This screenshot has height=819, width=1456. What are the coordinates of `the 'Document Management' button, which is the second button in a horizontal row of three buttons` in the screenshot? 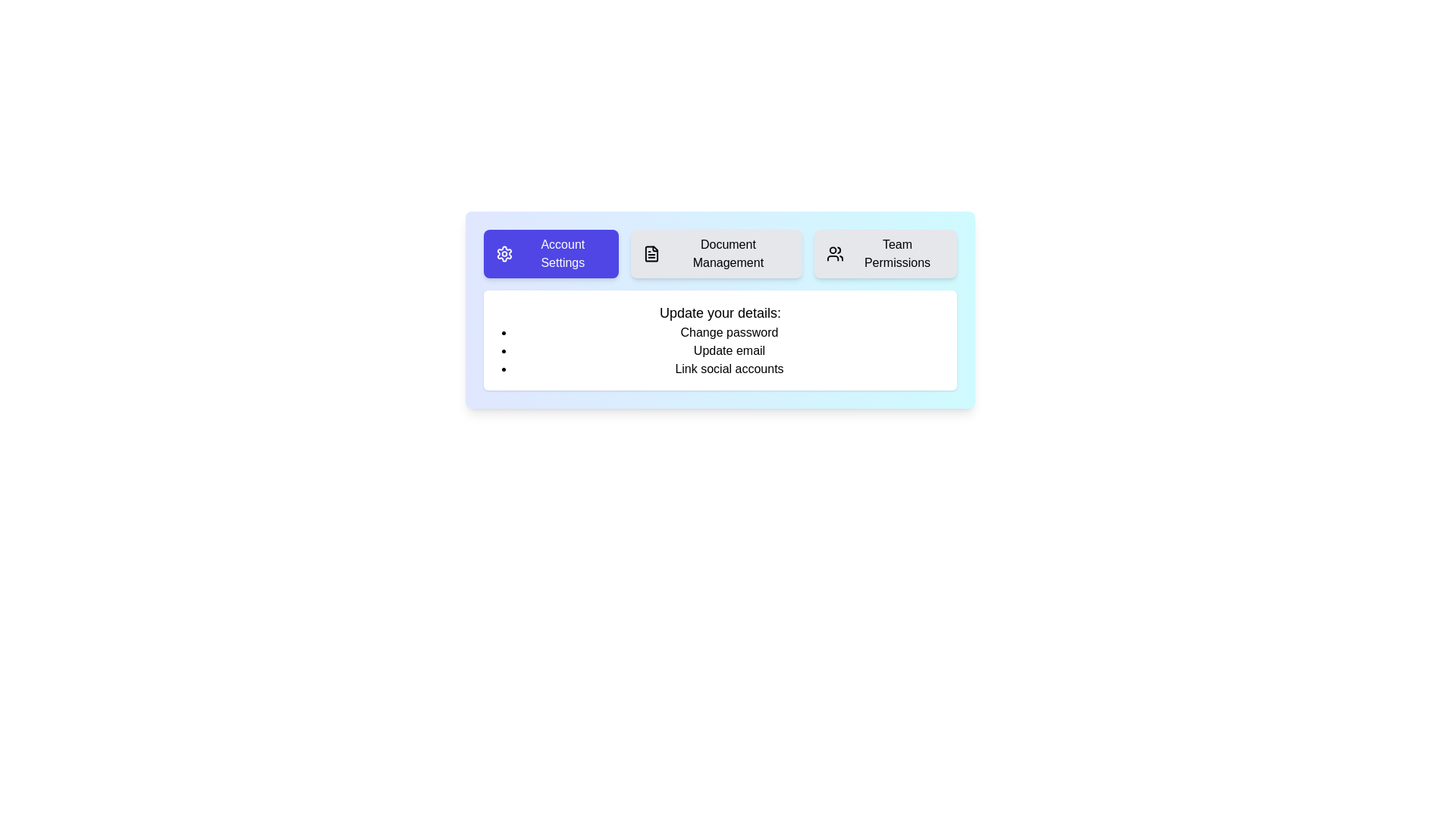 It's located at (720, 253).